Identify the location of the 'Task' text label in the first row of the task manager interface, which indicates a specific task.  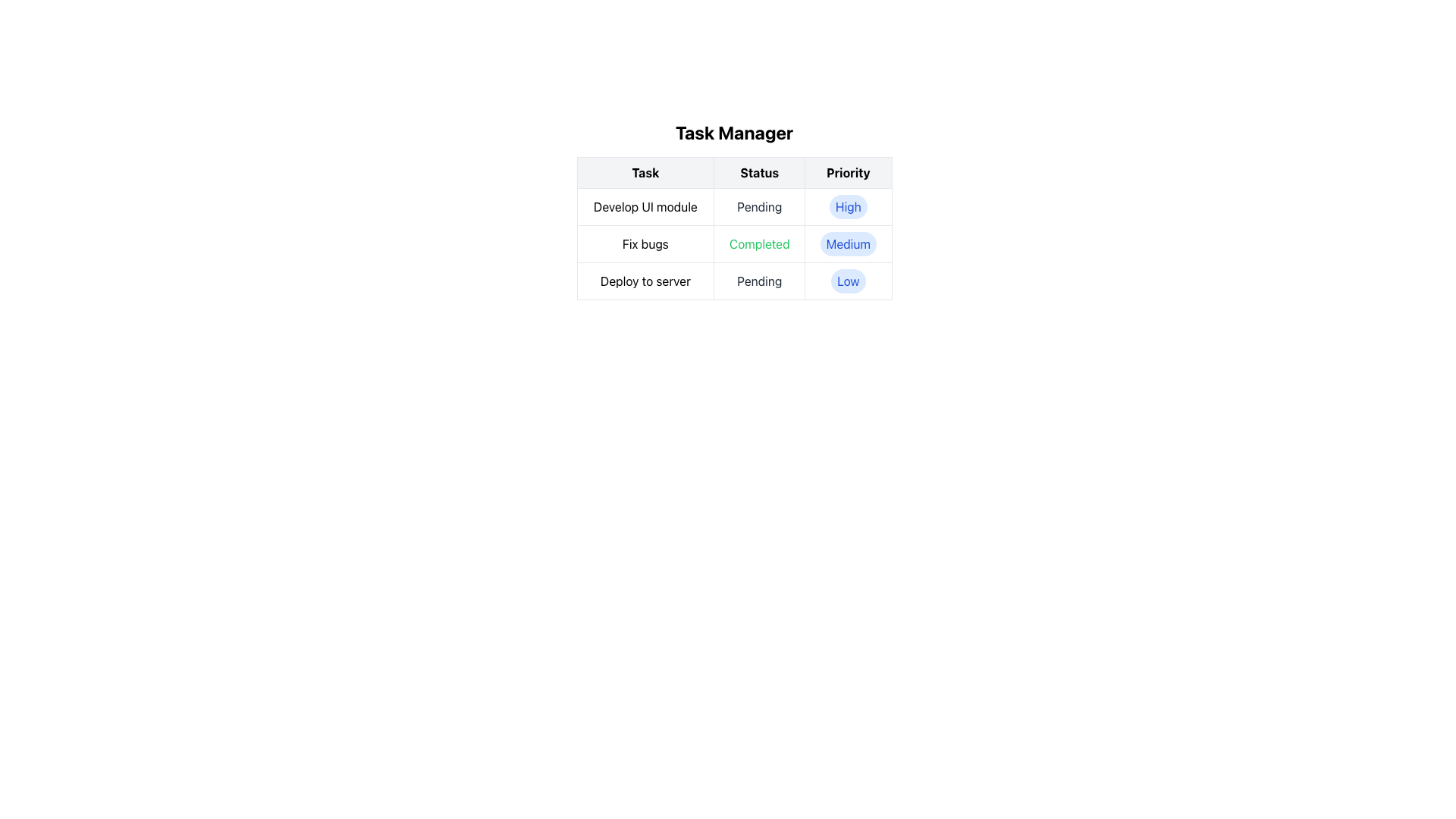
(645, 207).